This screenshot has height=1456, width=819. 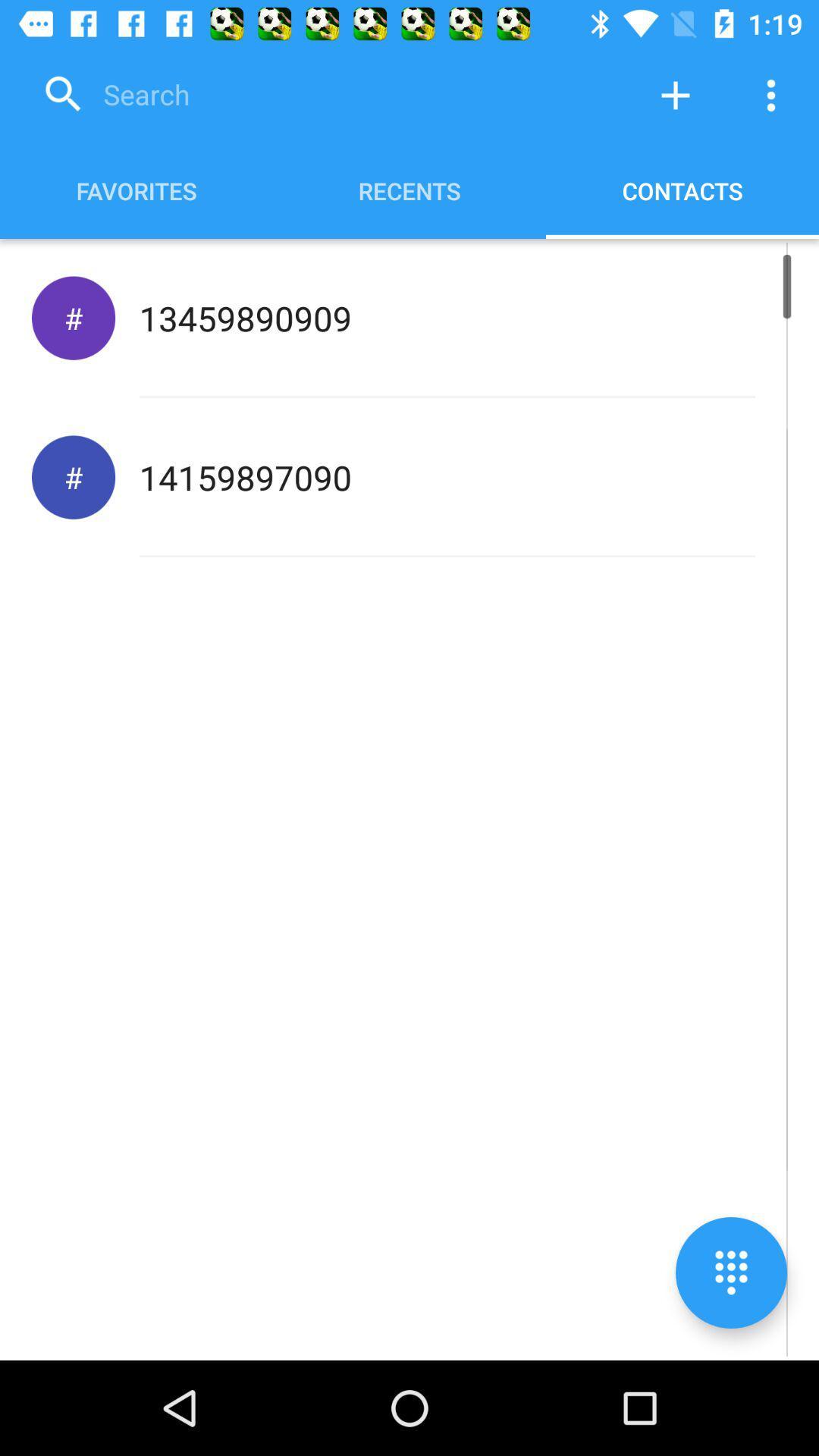 What do you see at coordinates (730, 1272) in the screenshot?
I see `the dialpad icon` at bounding box center [730, 1272].